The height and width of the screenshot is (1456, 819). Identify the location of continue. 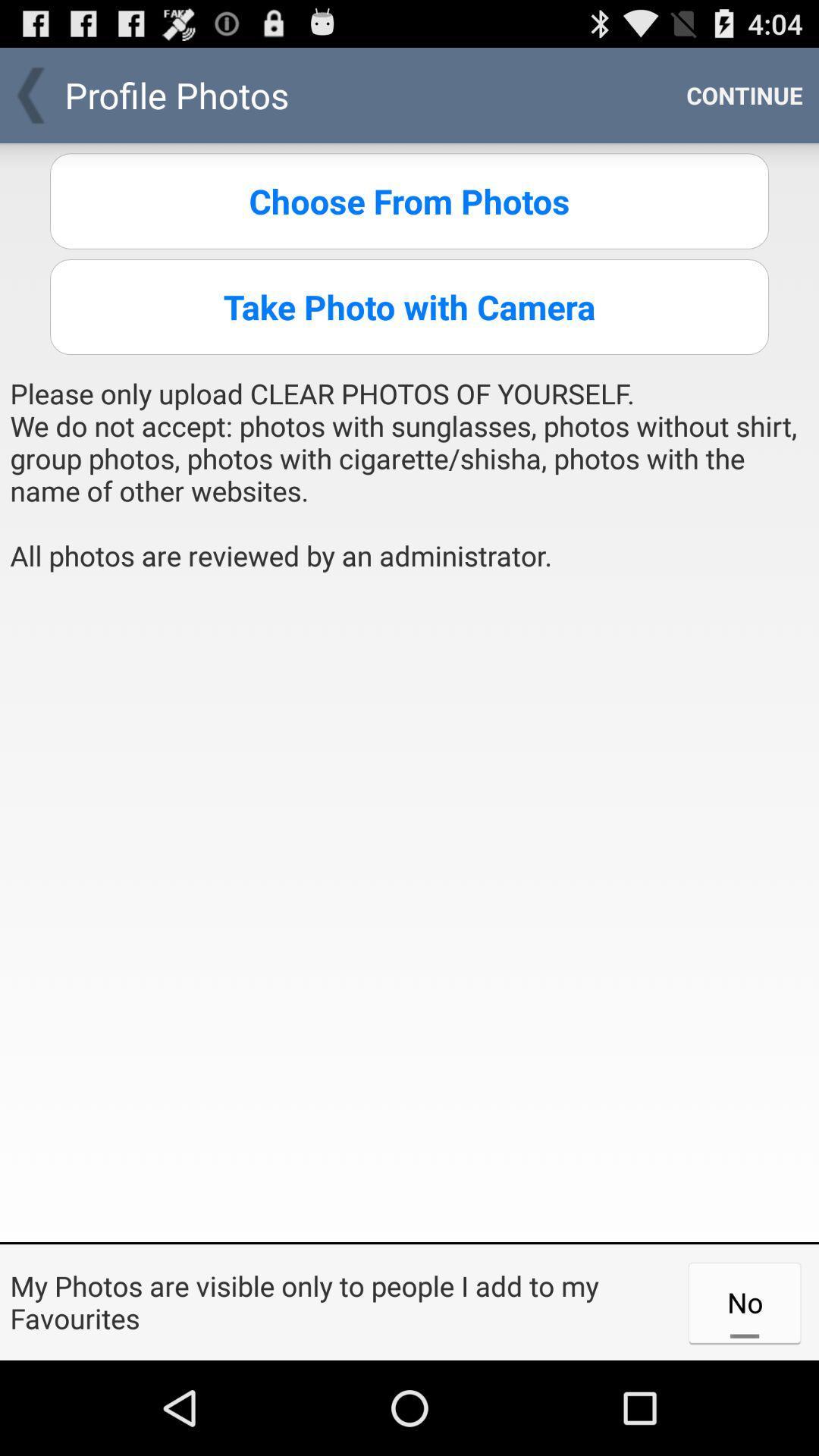
(744, 94).